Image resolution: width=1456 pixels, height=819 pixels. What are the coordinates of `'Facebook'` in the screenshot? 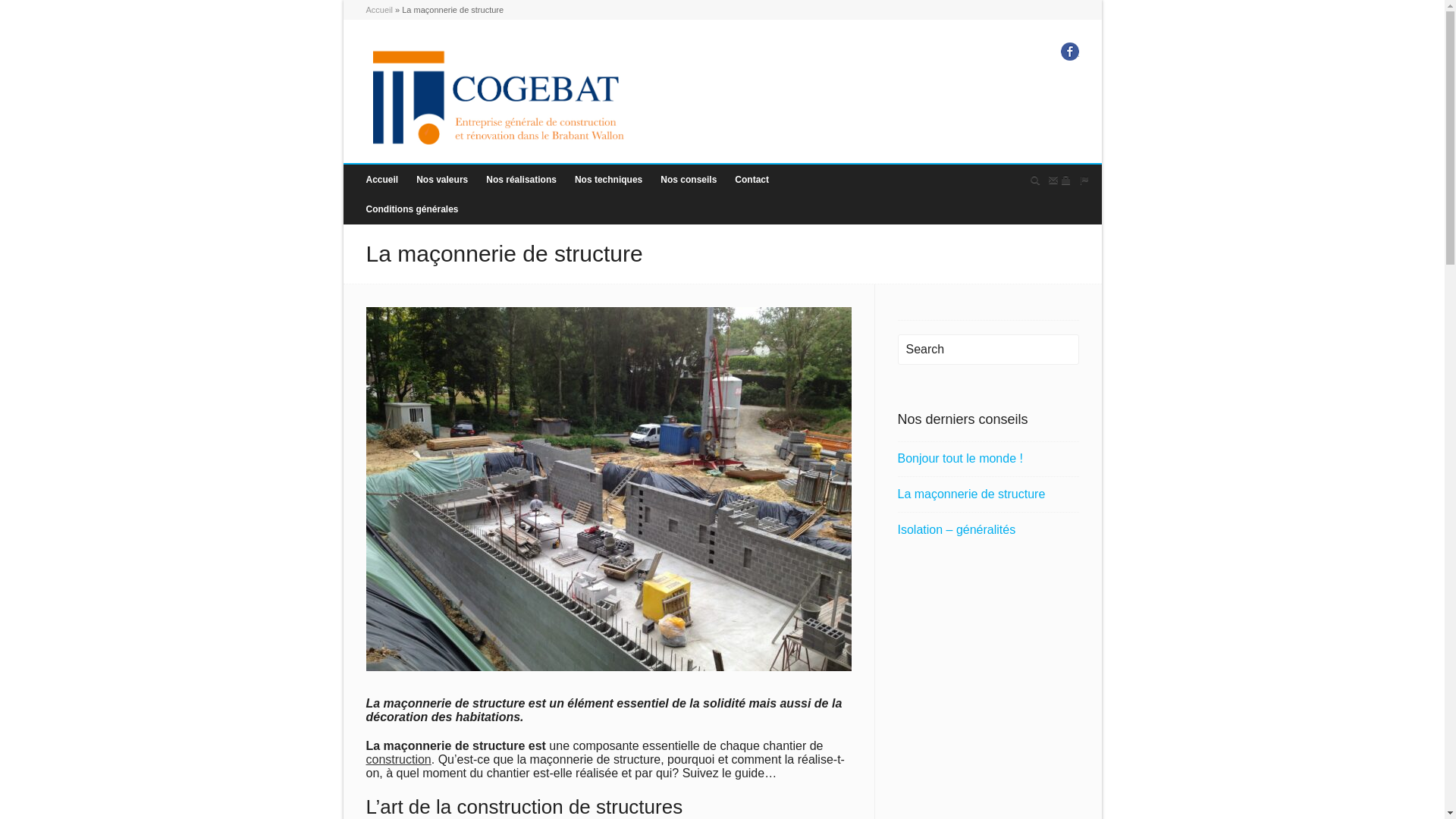 It's located at (1068, 51).